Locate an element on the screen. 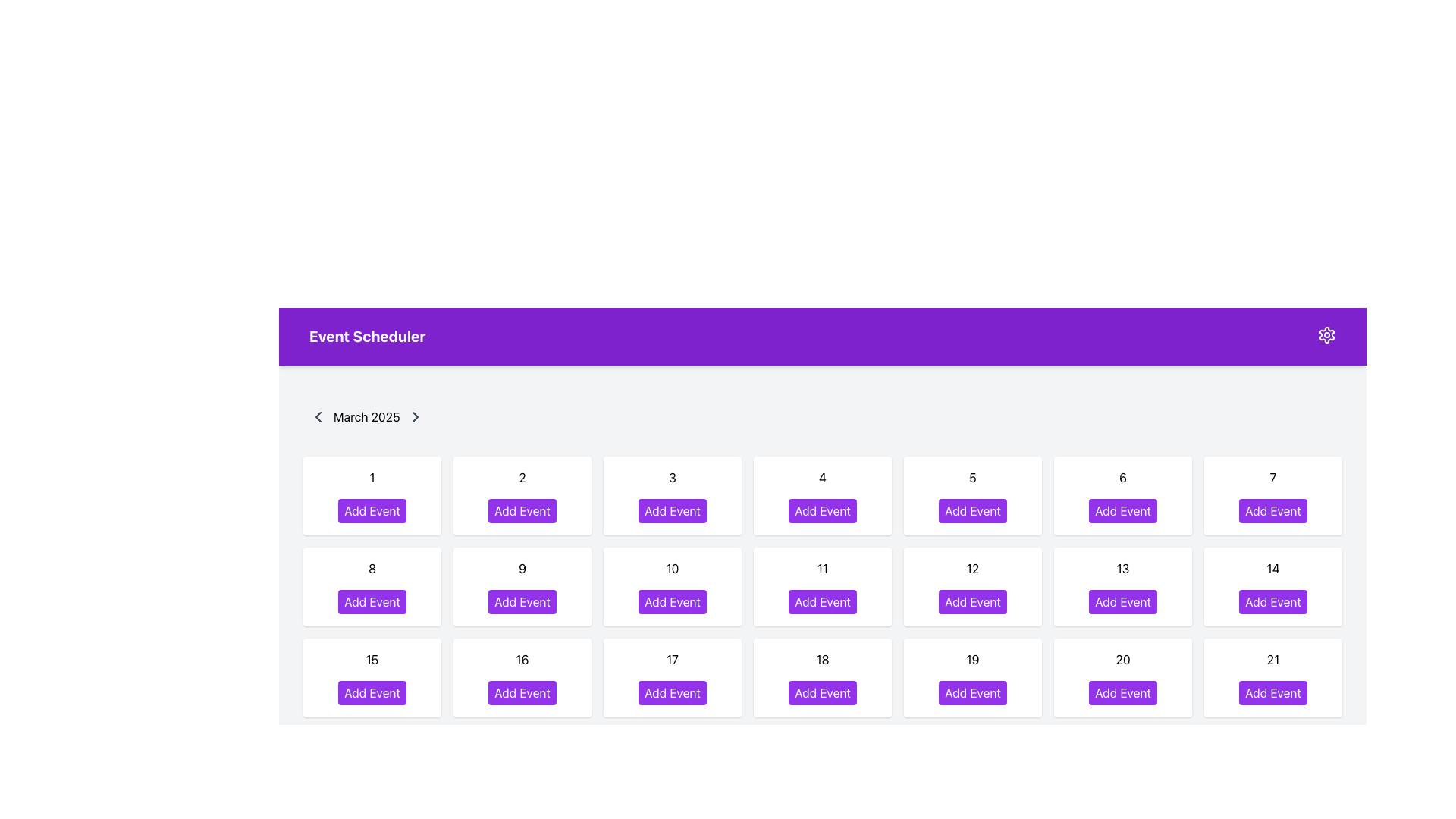 This screenshot has width=1456, height=819. the 'Add Event' button located in the calendar interface for the date '16' is located at coordinates (522, 783).